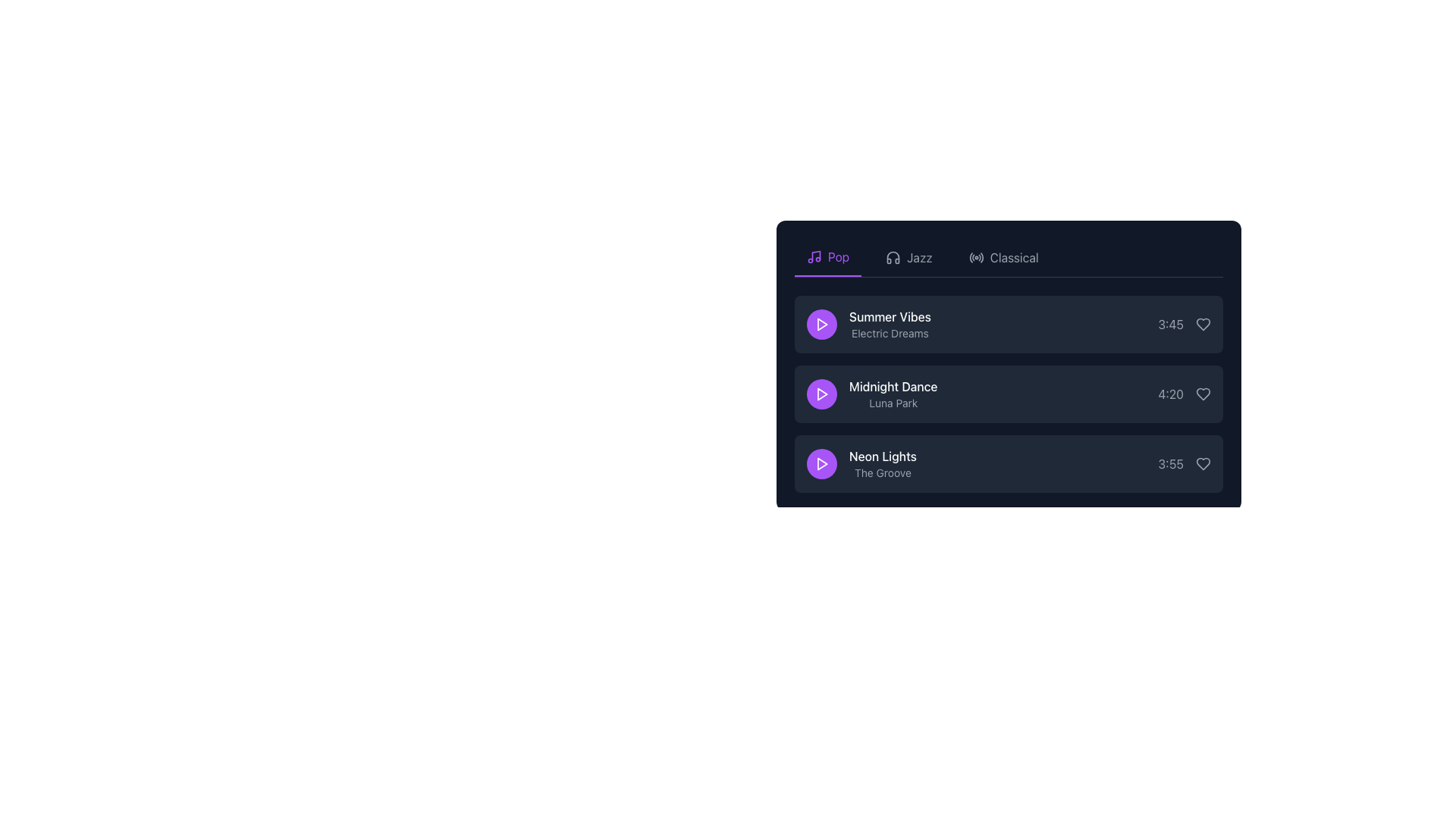  Describe the element at coordinates (1203, 324) in the screenshot. I see `the heart outline icon located to the right of the time text ('3:45') in the topmost list item of the playlist section` at that location.